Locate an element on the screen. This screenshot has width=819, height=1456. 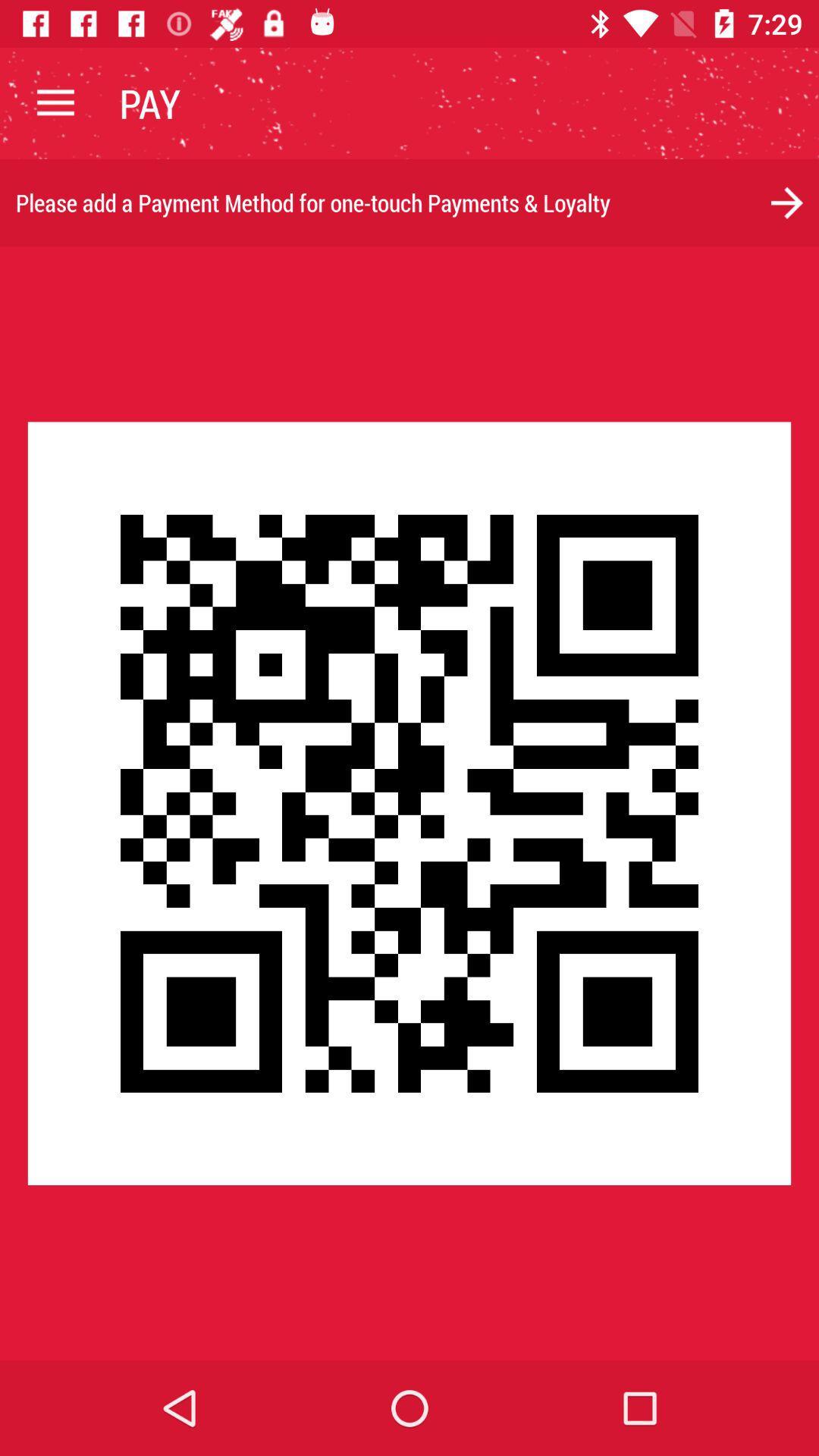
the please add a item is located at coordinates (409, 202).